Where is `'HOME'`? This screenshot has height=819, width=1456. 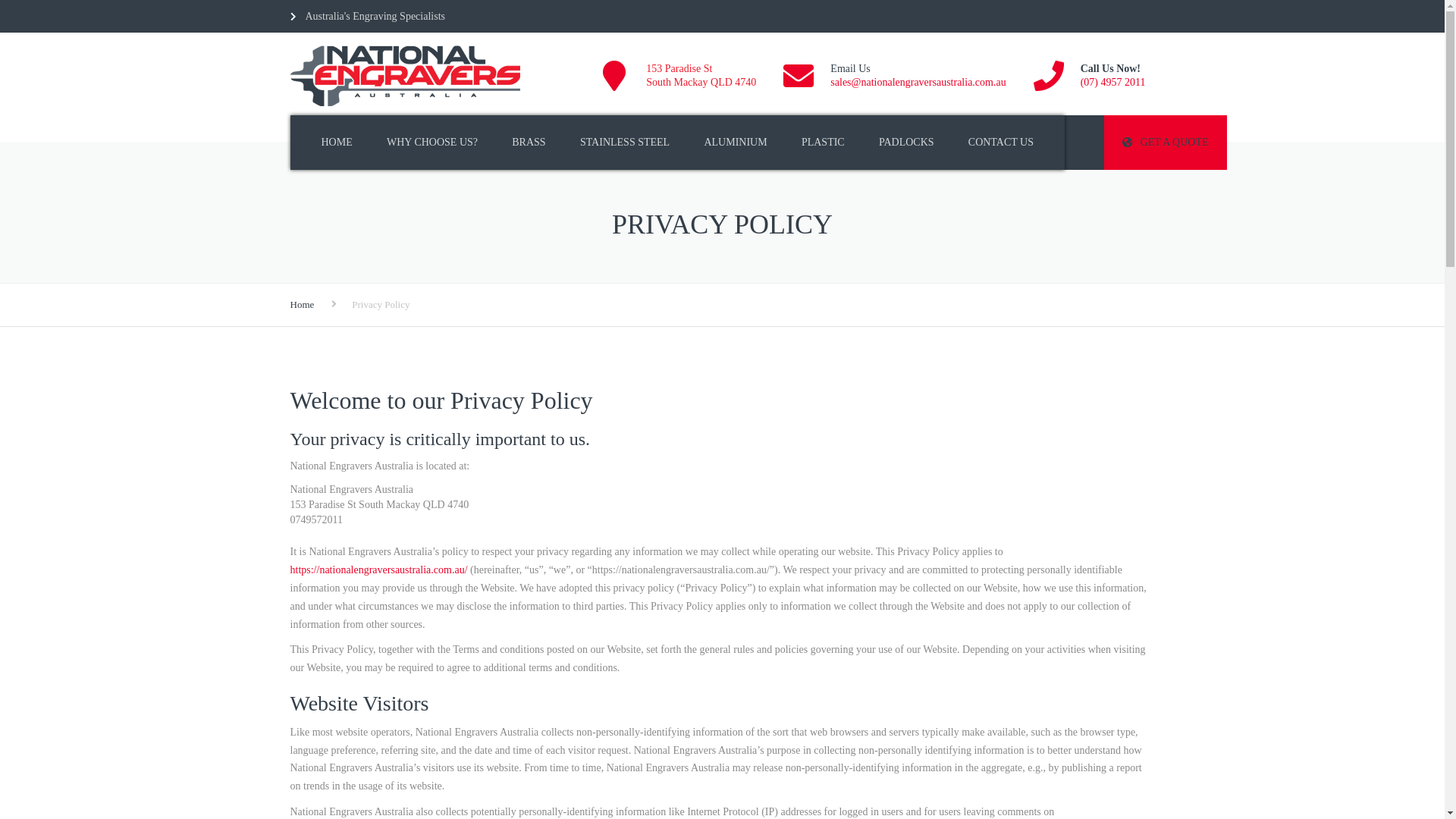
'HOME' is located at coordinates (335, 143).